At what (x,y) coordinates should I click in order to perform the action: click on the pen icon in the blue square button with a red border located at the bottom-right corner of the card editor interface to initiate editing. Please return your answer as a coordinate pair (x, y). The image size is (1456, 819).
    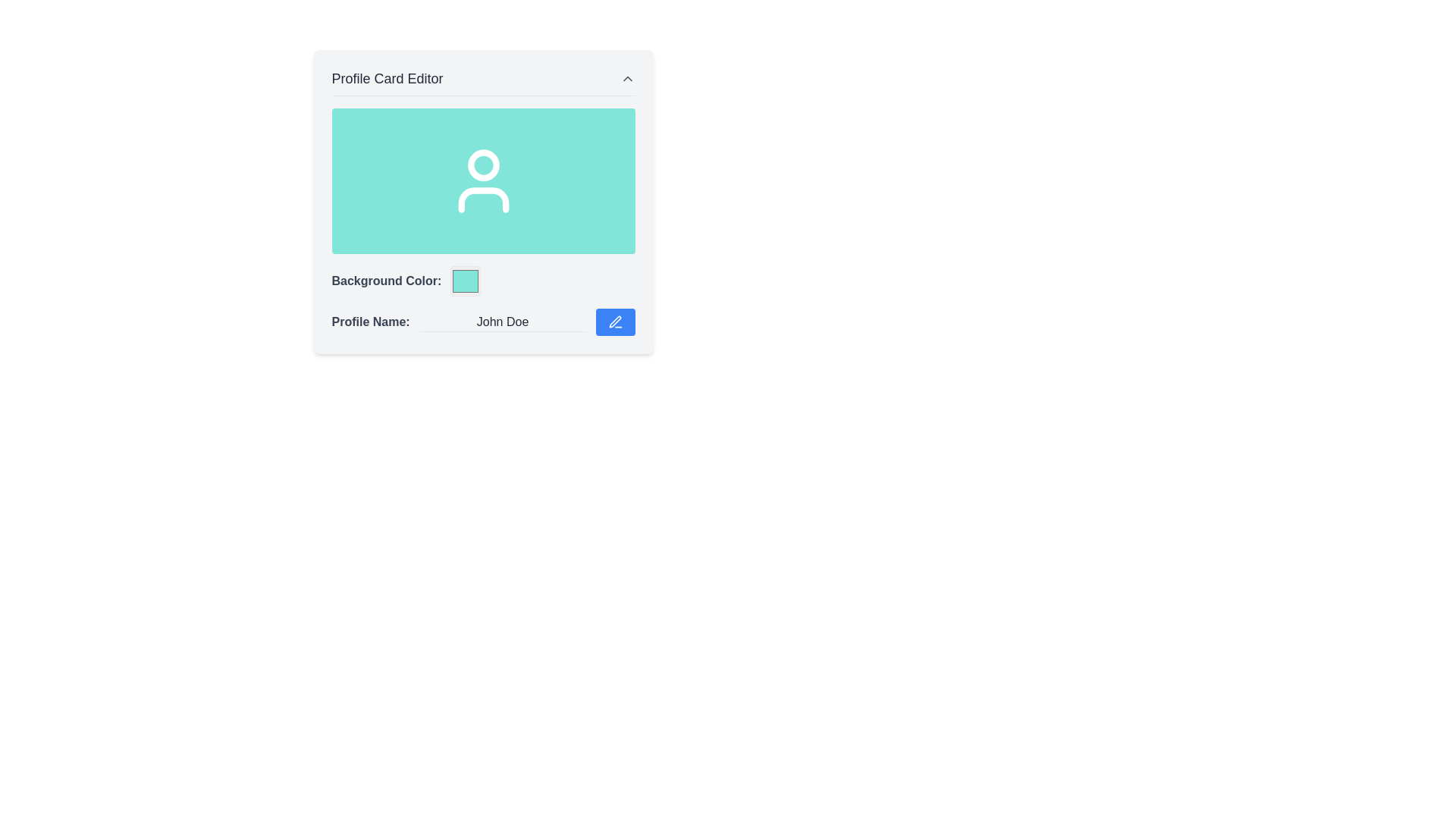
    Looking at the image, I should click on (615, 321).